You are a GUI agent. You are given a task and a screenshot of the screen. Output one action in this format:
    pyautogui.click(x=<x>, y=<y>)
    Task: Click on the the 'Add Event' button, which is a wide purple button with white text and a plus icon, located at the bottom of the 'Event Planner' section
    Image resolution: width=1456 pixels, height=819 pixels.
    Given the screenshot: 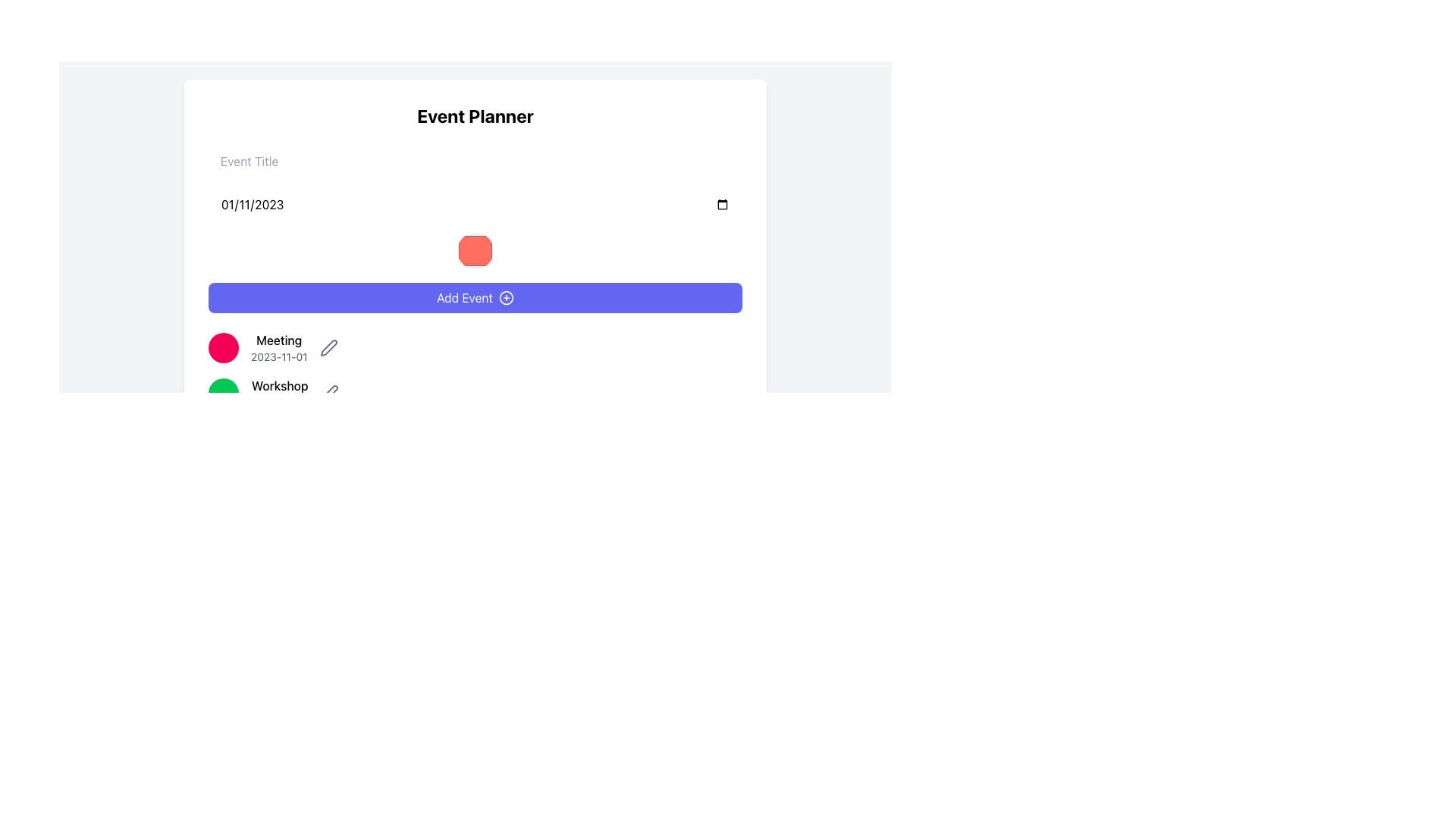 What is the action you would take?
    pyautogui.click(x=475, y=298)
    